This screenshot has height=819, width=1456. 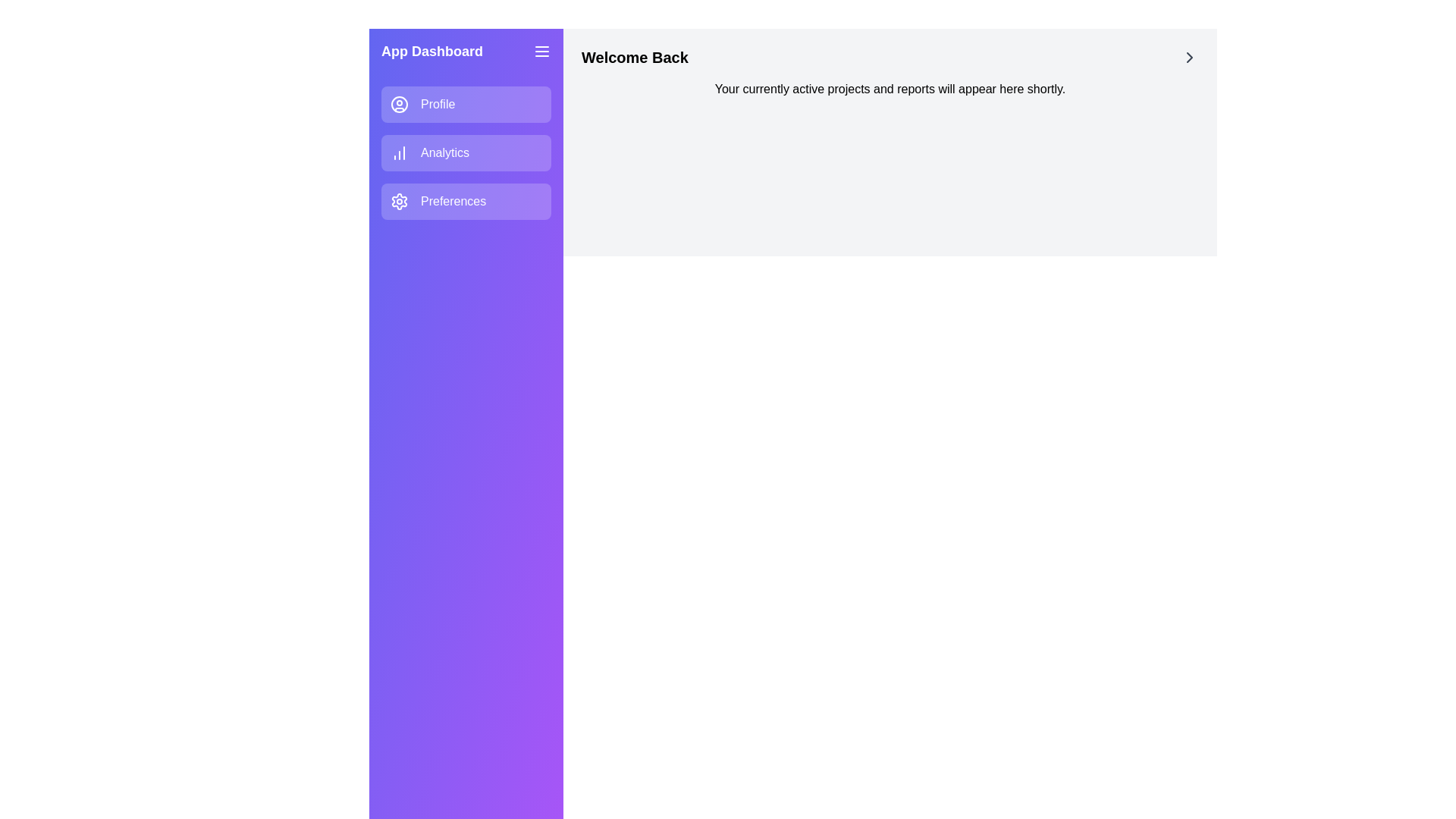 I want to click on the navigation item labeled Preferences to navigate to its section, so click(x=465, y=201).